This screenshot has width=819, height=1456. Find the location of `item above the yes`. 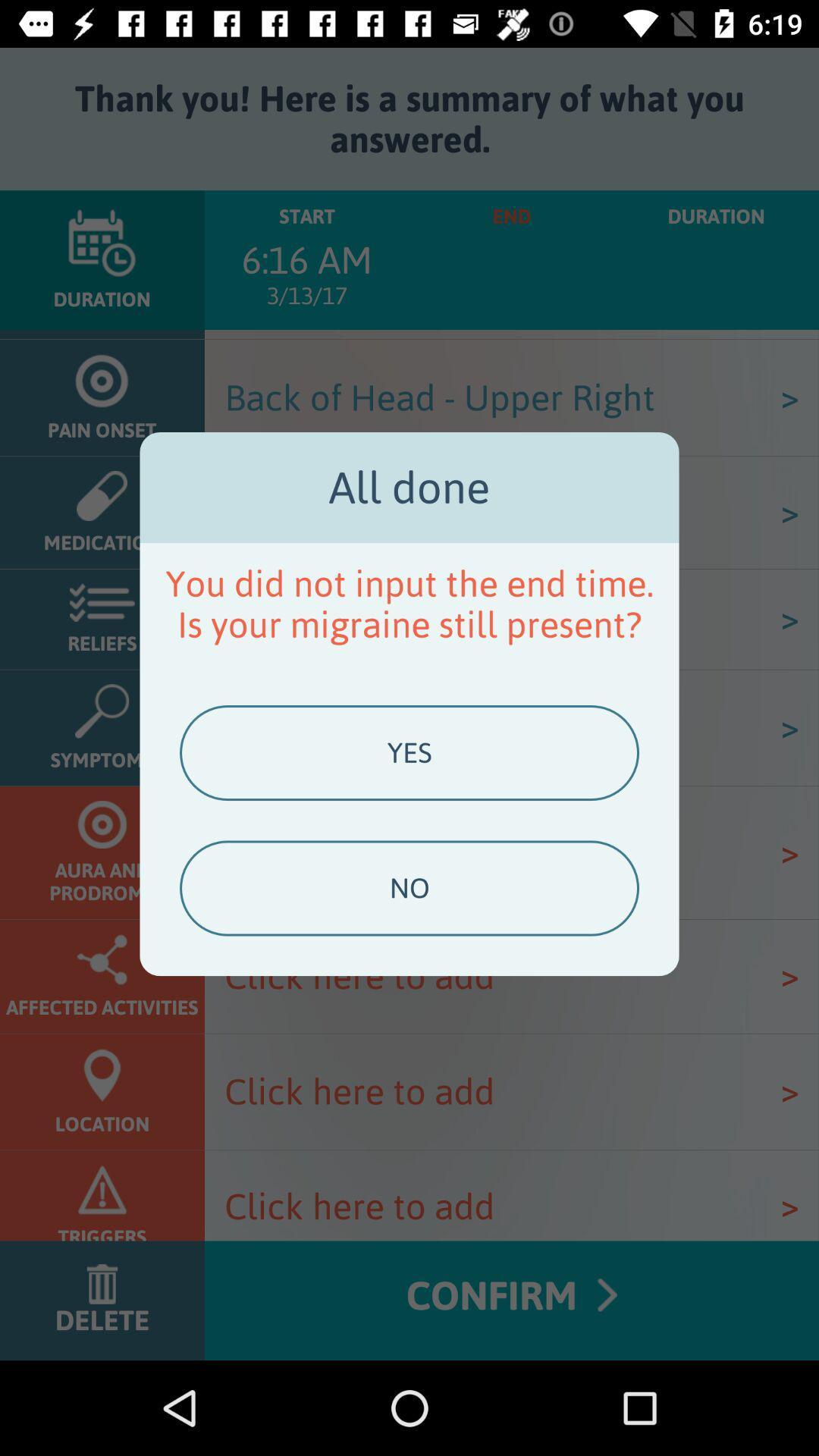

item above the yes is located at coordinates (409, 603).